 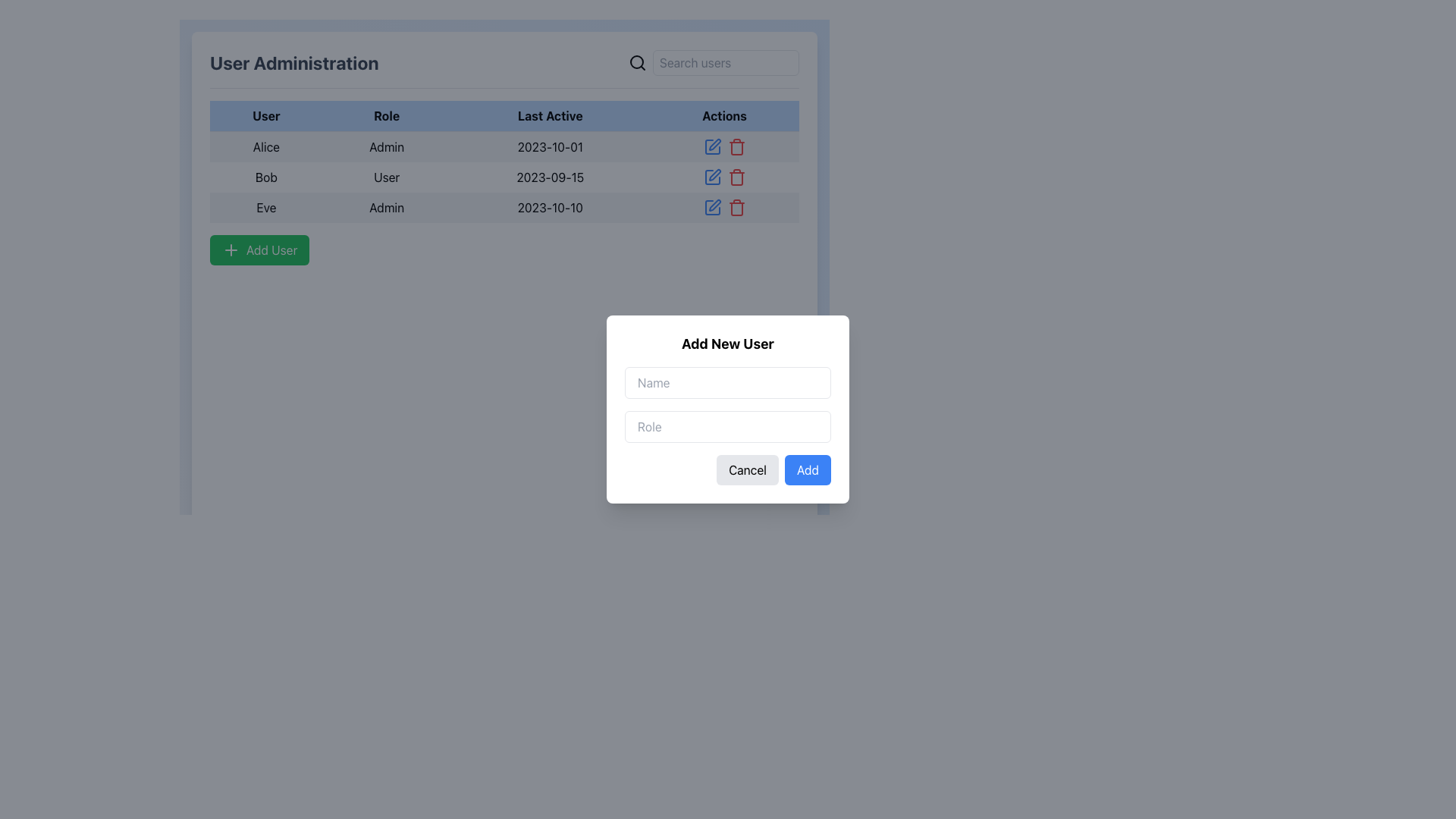 I want to click on static text element displaying the user's name 'Eve' located in the first column of the third row of the user information table, so click(x=266, y=207).